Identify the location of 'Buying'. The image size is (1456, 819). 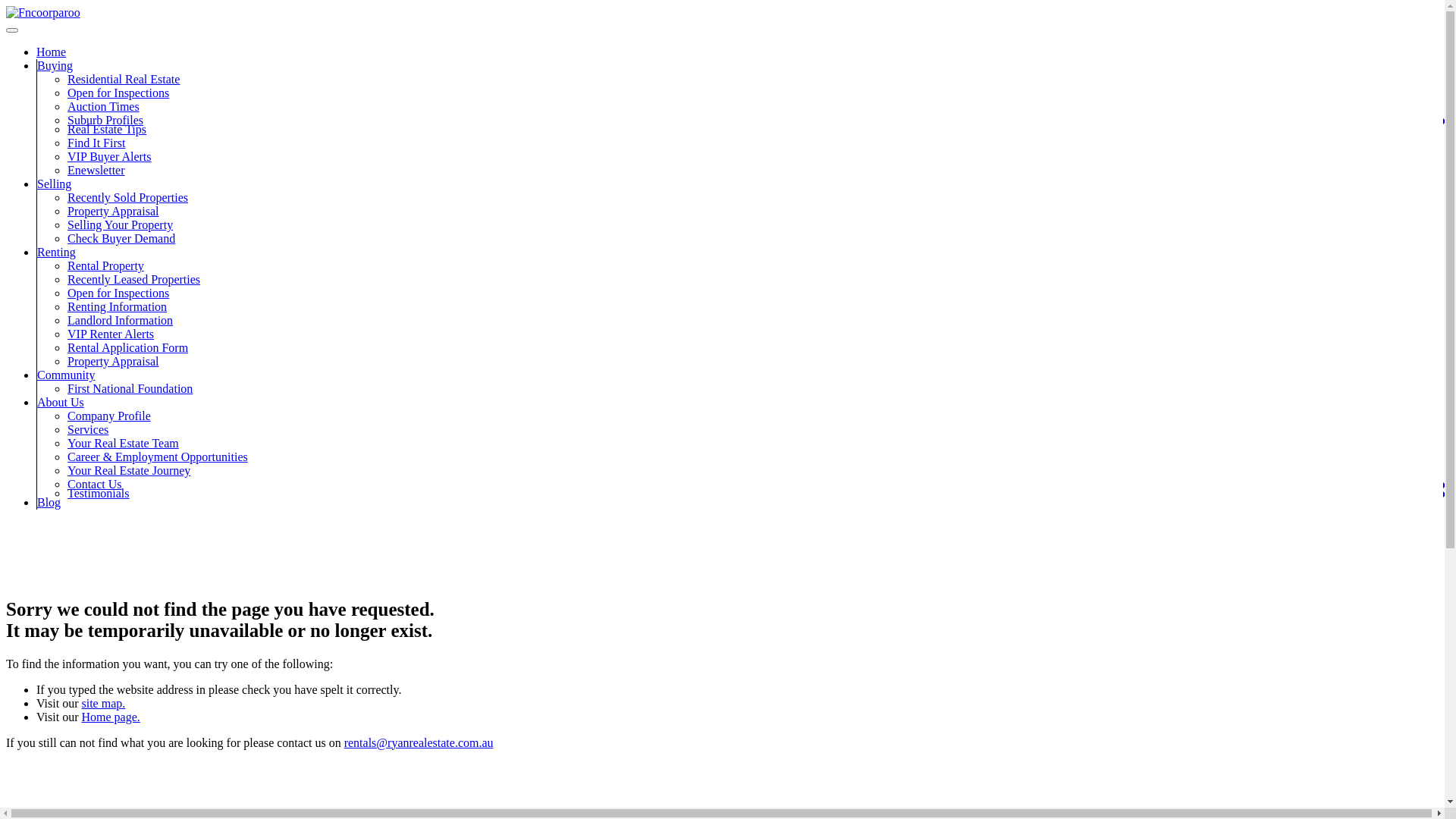
(55, 64).